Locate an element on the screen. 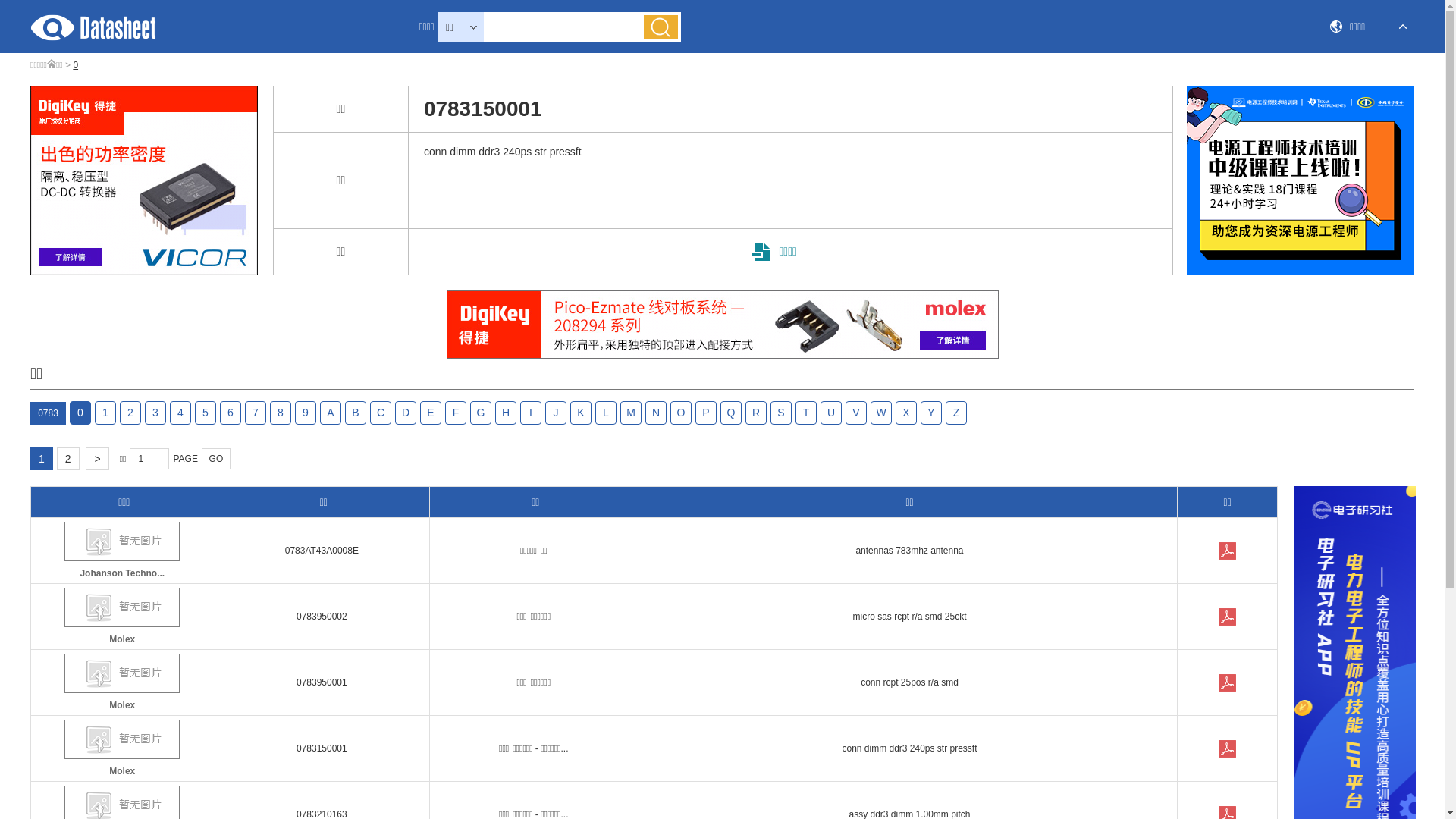 The width and height of the screenshot is (1456, 819). 'Q' is located at coordinates (731, 413).